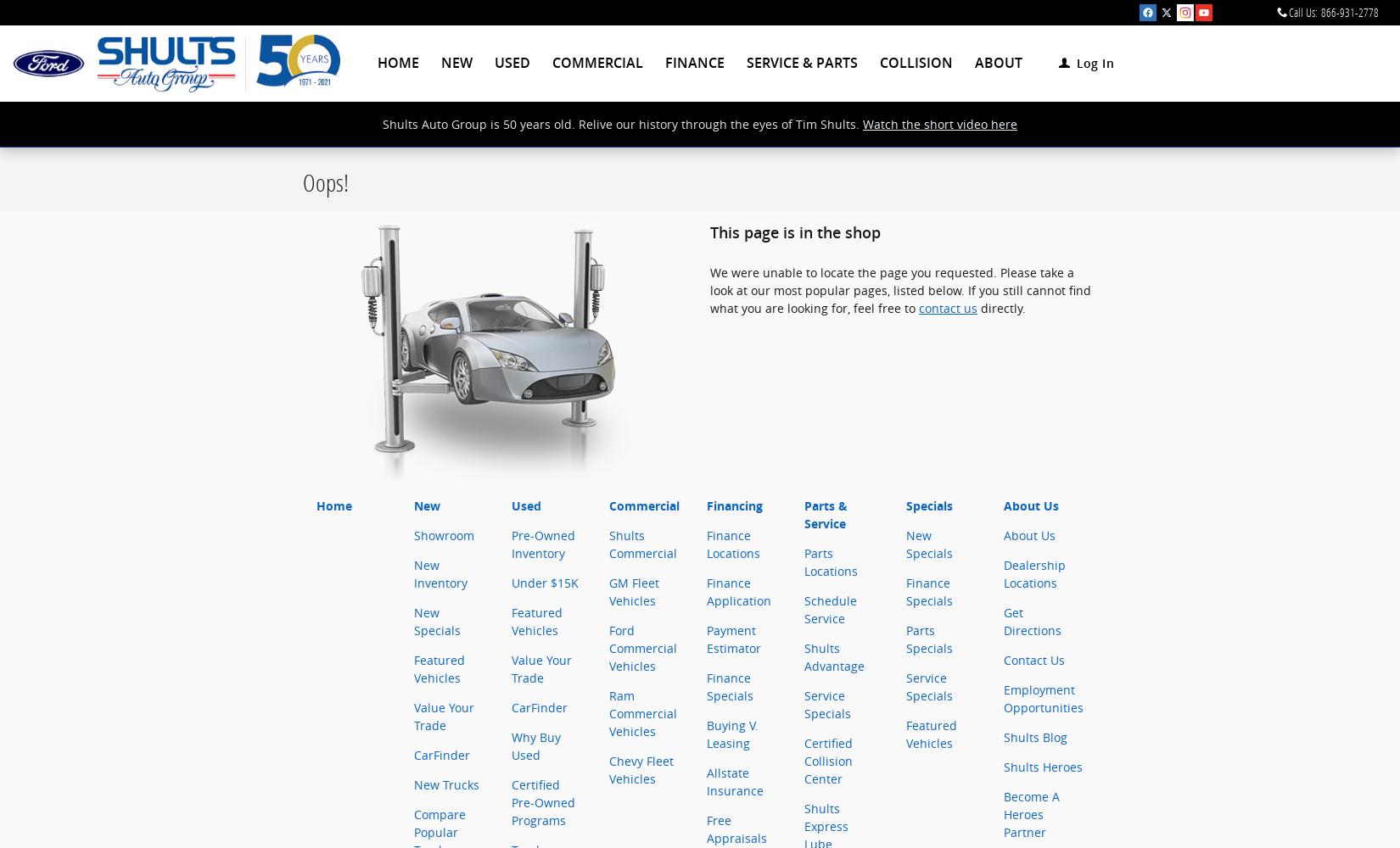 The width and height of the screenshot is (1400, 848). Describe the element at coordinates (1033, 621) in the screenshot. I see `'Get Directions'` at that location.